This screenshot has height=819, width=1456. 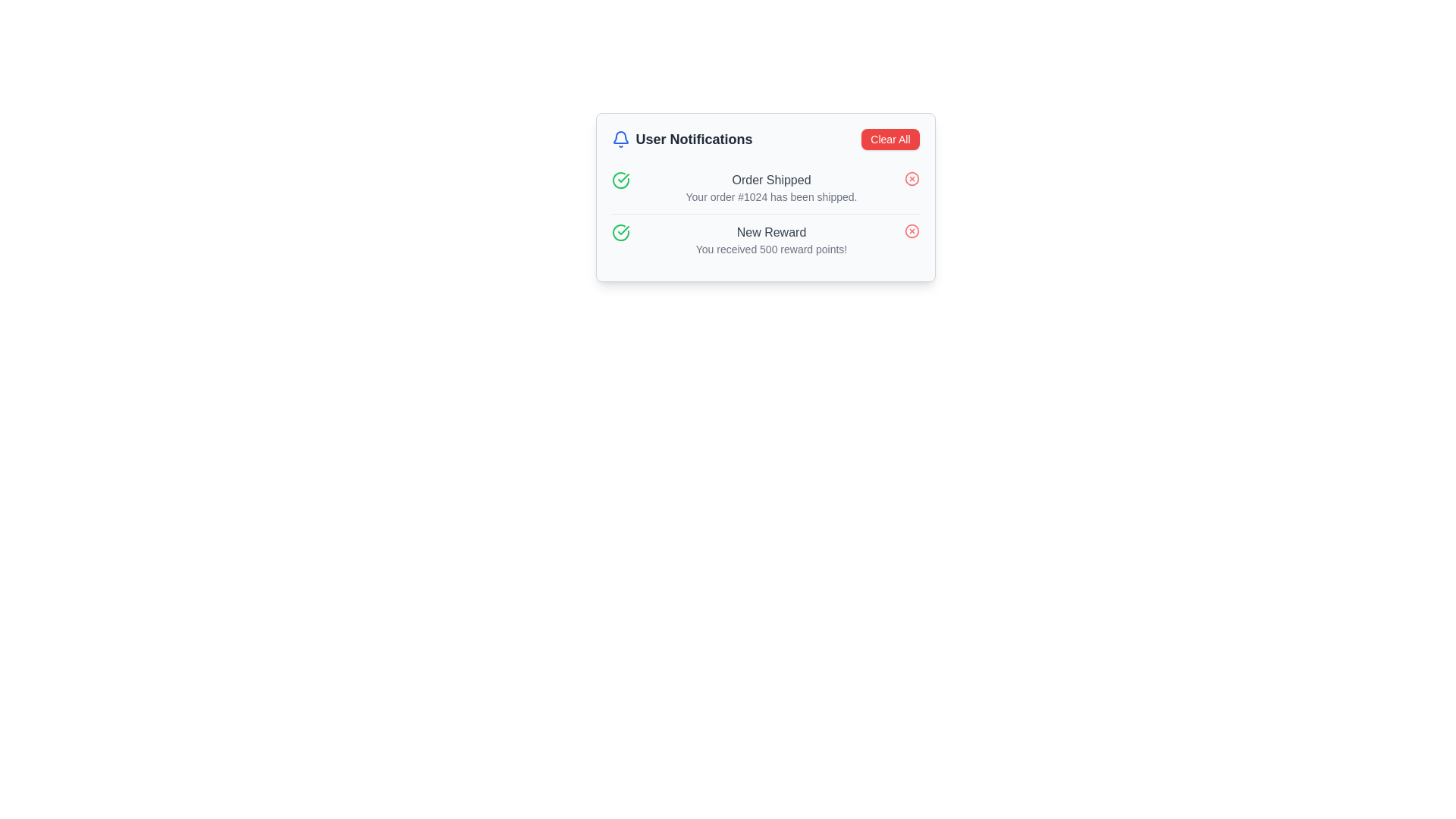 What do you see at coordinates (890, 140) in the screenshot?
I see `the clear notifications button located on the far right side of the 'User Notifications' section` at bounding box center [890, 140].